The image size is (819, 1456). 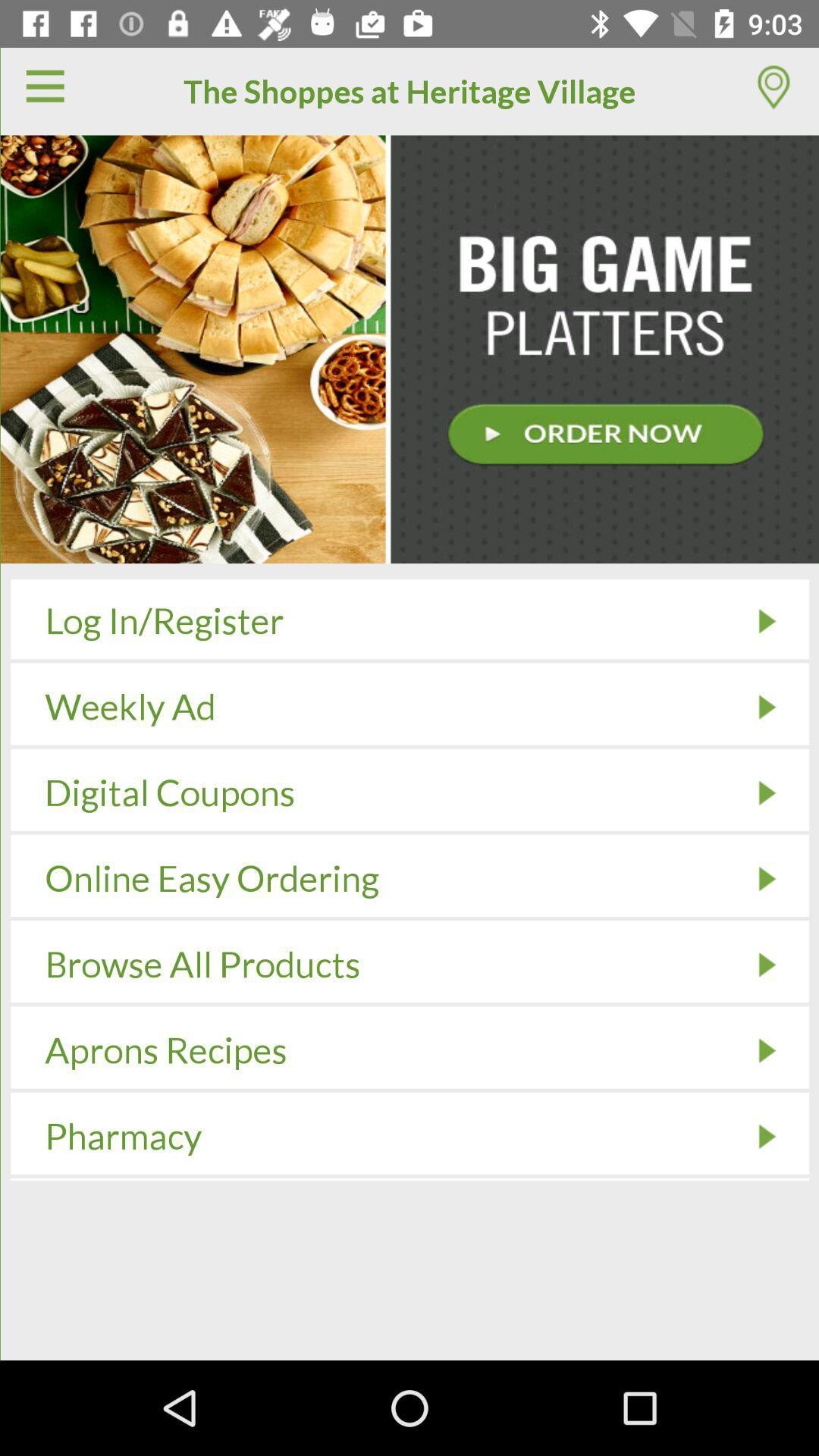 What do you see at coordinates (767, 706) in the screenshot?
I see `the green arrow beside weekly ad` at bounding box center [767, 706].